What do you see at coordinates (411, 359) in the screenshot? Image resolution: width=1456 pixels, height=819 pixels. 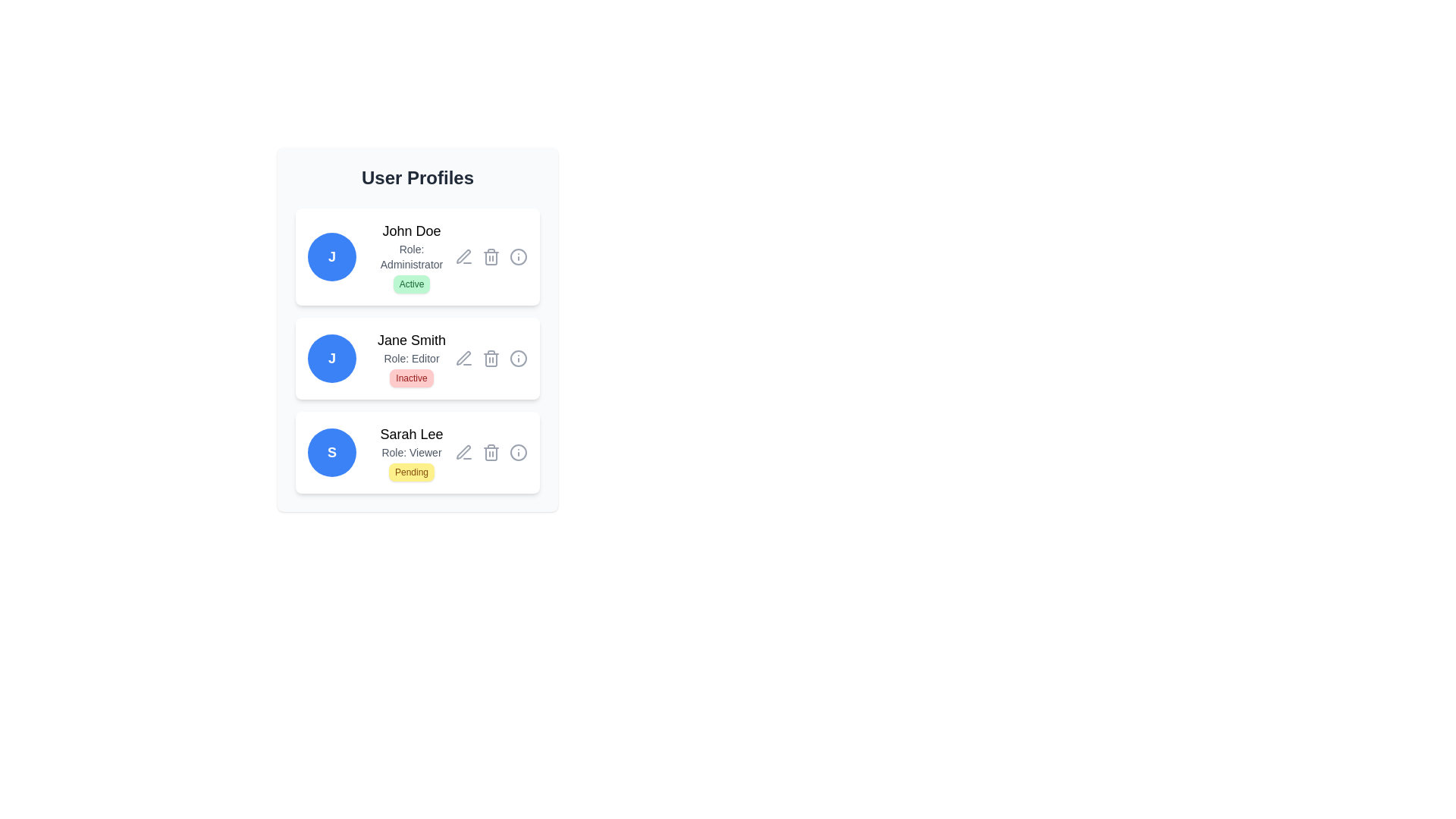 I see `the label indicating the role of the user 'Editor' located beneath 'Jane Smith' and above the 'Inactive' badge in the User Profiles section` at bounding box center [411, 359].